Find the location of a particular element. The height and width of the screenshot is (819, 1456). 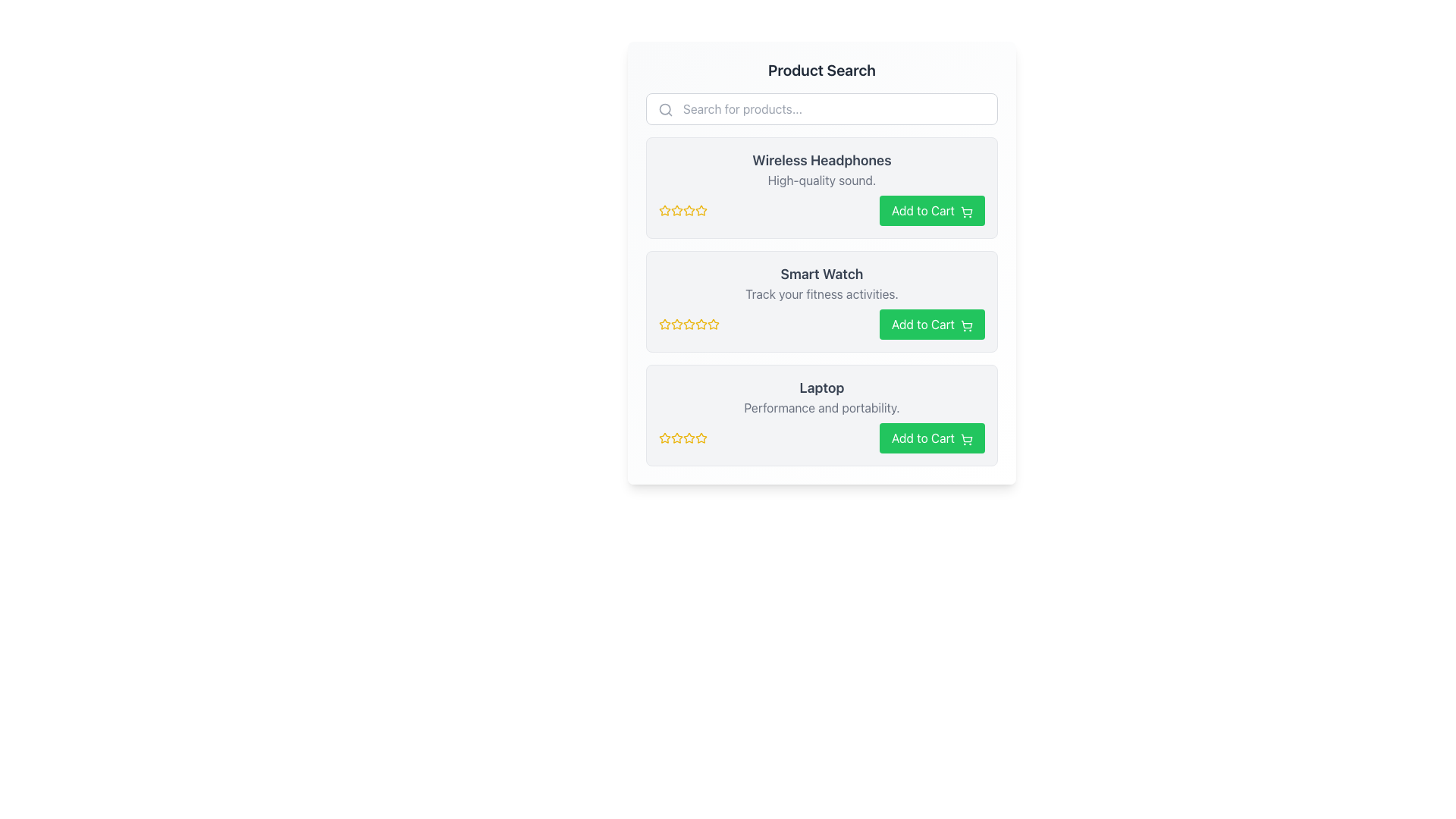

the fourth star in the rating component under the 'Smart Watch' item is located at coordinates (688, 324).